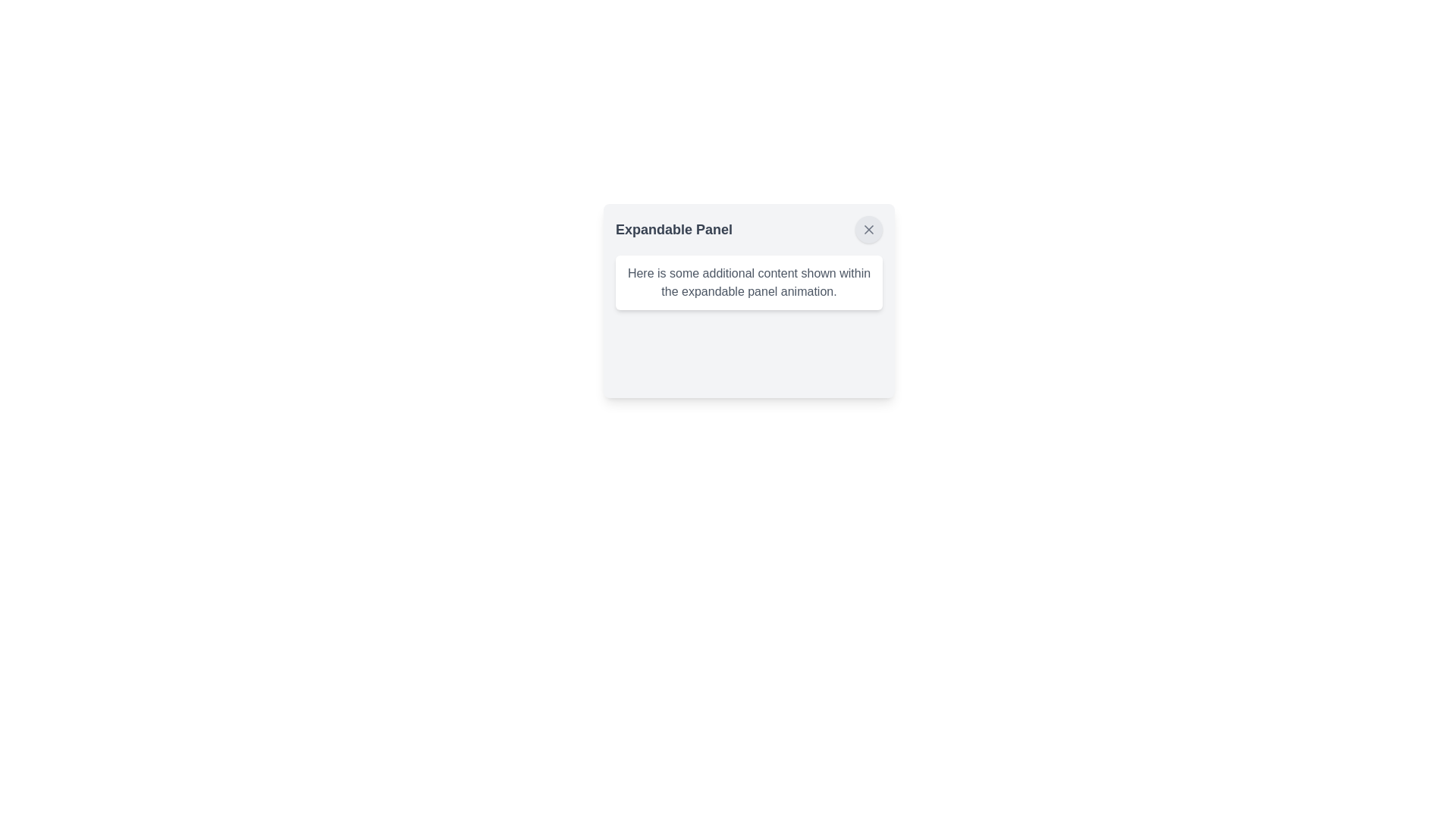 Image resolution: width=1456 pixels, height=819 pixels. What do you see at coordinates (869, 230) in the screenshot?
I see `the circular gray button with an 'X' icon at its center` at bounding box center [869, 230].